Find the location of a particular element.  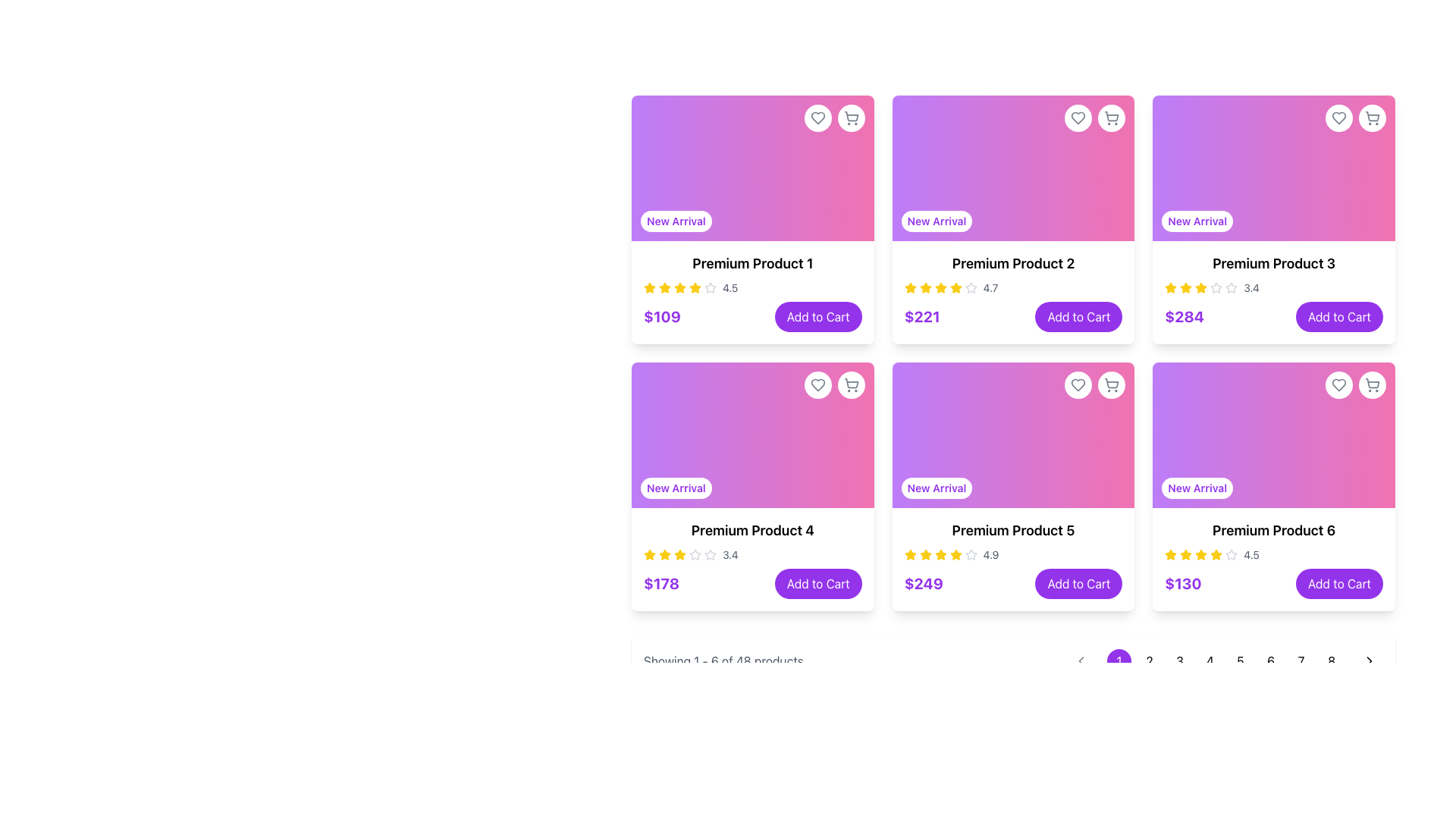

the shopping cart icon located in the upper-right corner of the 'Premium Product 5' card is located at coordinates (1112, 384).